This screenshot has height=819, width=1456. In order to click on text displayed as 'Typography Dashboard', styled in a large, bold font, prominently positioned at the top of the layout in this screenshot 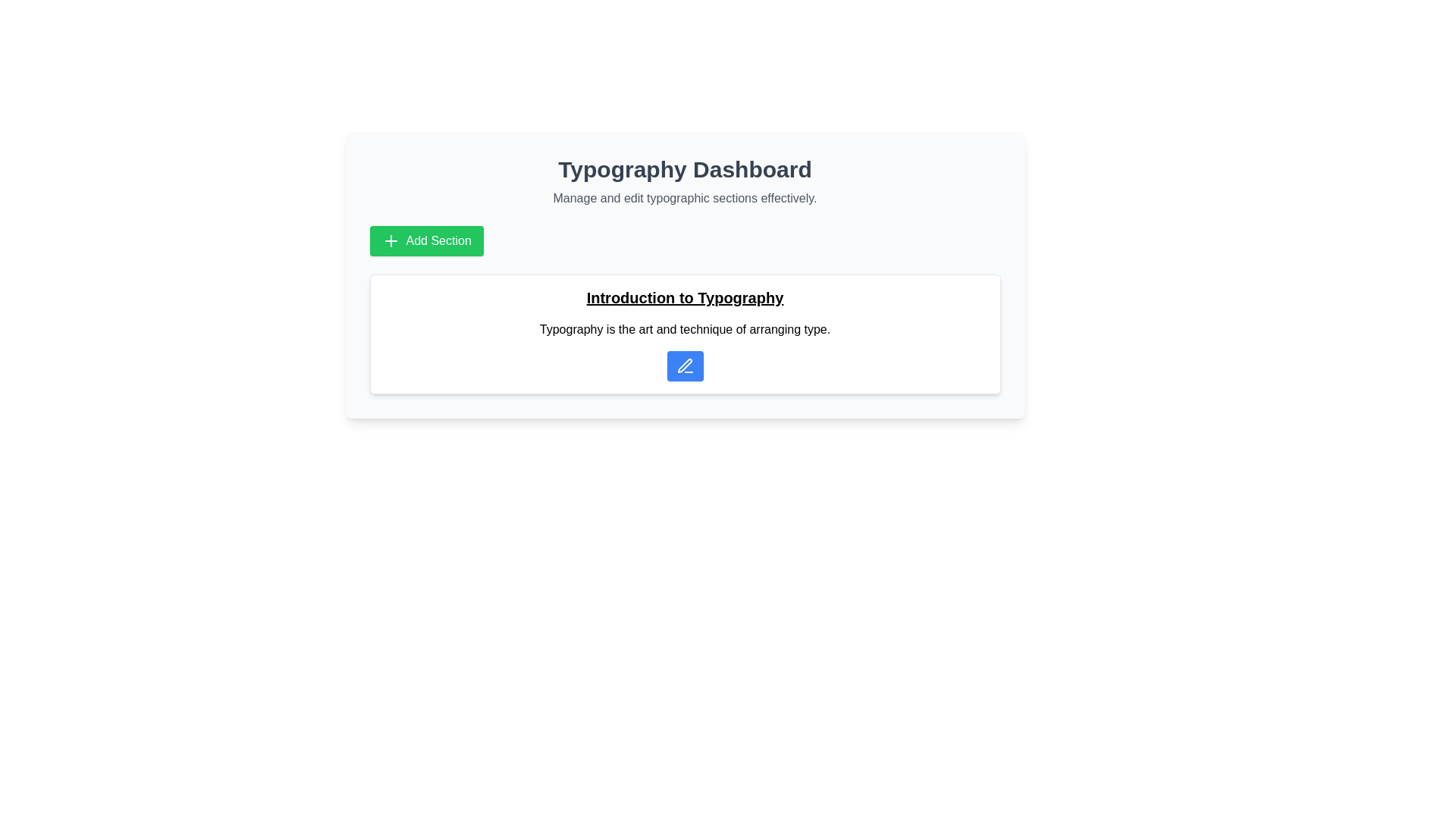, I will do `click(684, 169)`.